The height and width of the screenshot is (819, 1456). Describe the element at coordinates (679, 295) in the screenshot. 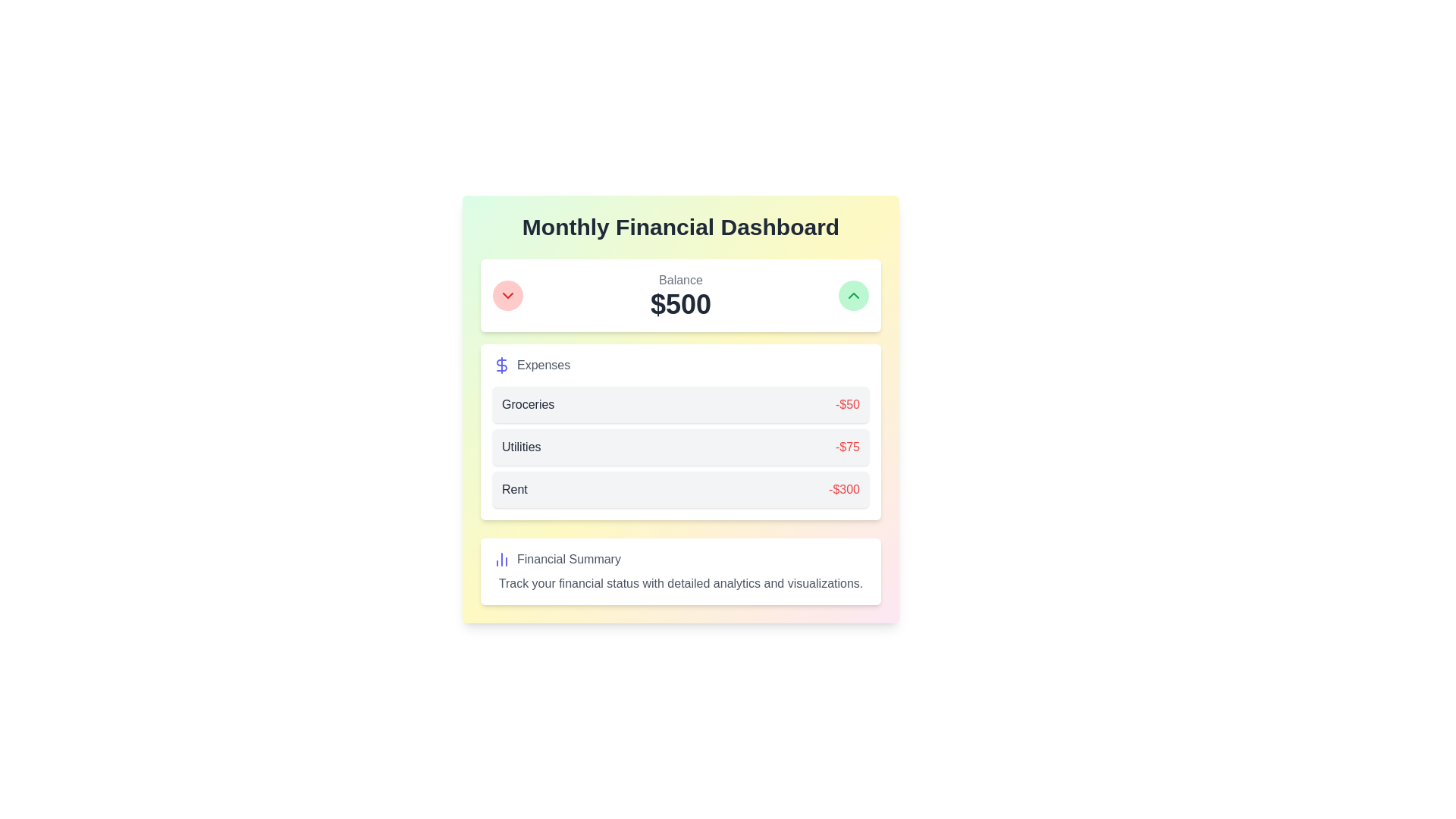

I see `the text label displaying the current balance of $500 in the Monthly Financial Dashboard card` at that location.